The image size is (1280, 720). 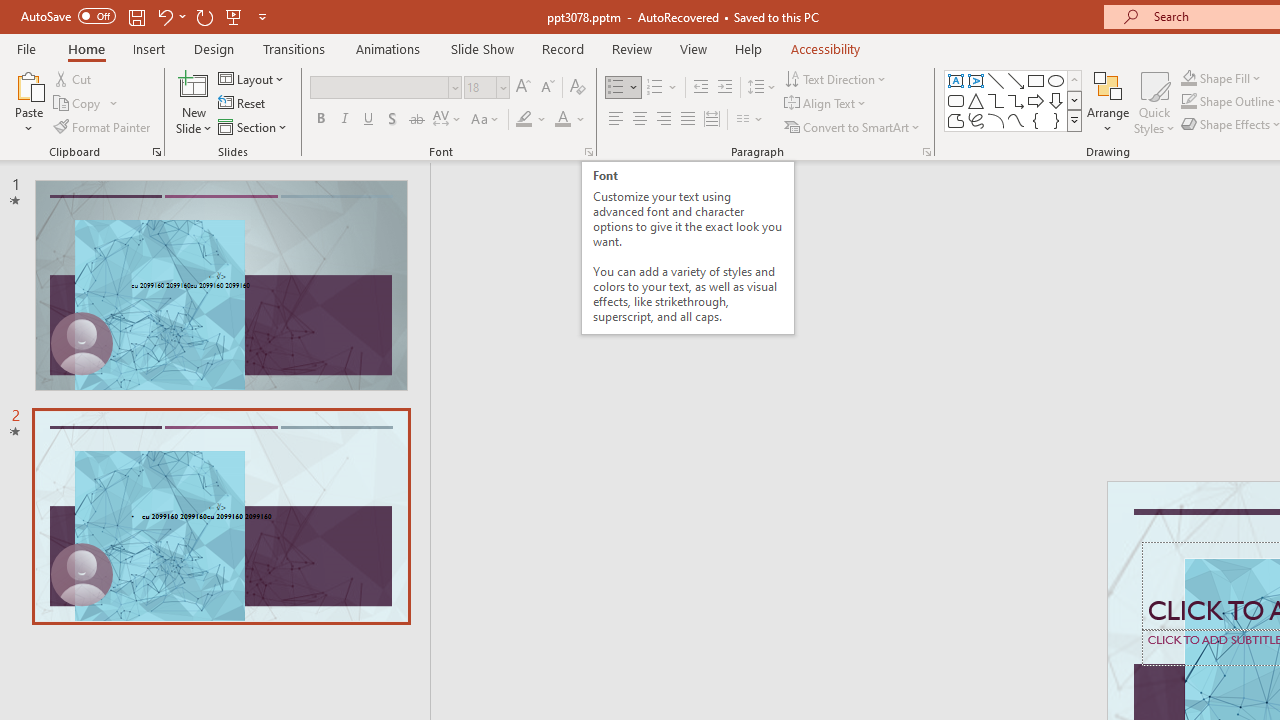 I want to click on 'Undo', so click(x=170, y=16).